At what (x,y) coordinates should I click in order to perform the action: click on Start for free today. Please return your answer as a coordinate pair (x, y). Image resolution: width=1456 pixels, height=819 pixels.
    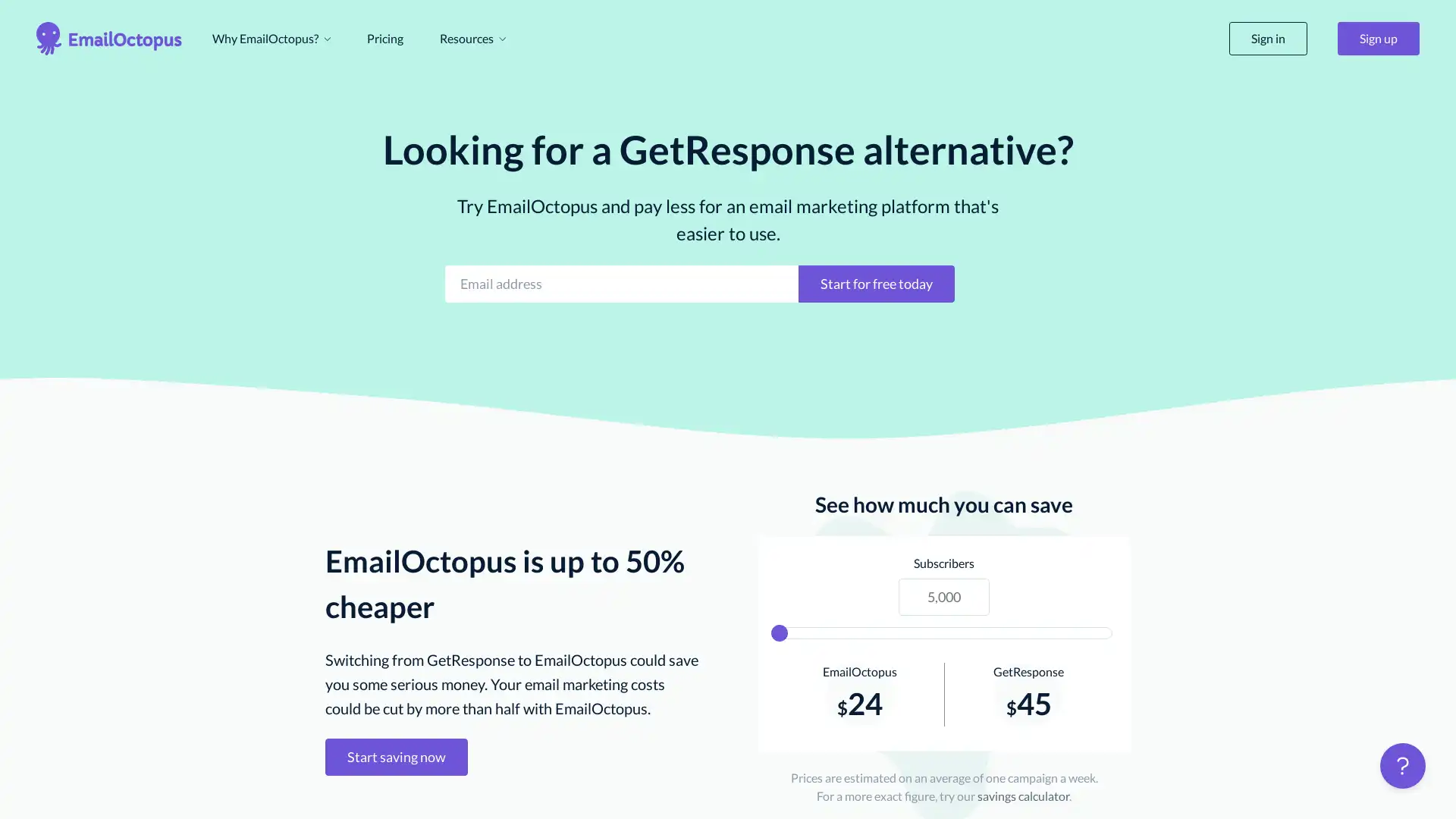
    Looking at the image, I should click on (877, 283).